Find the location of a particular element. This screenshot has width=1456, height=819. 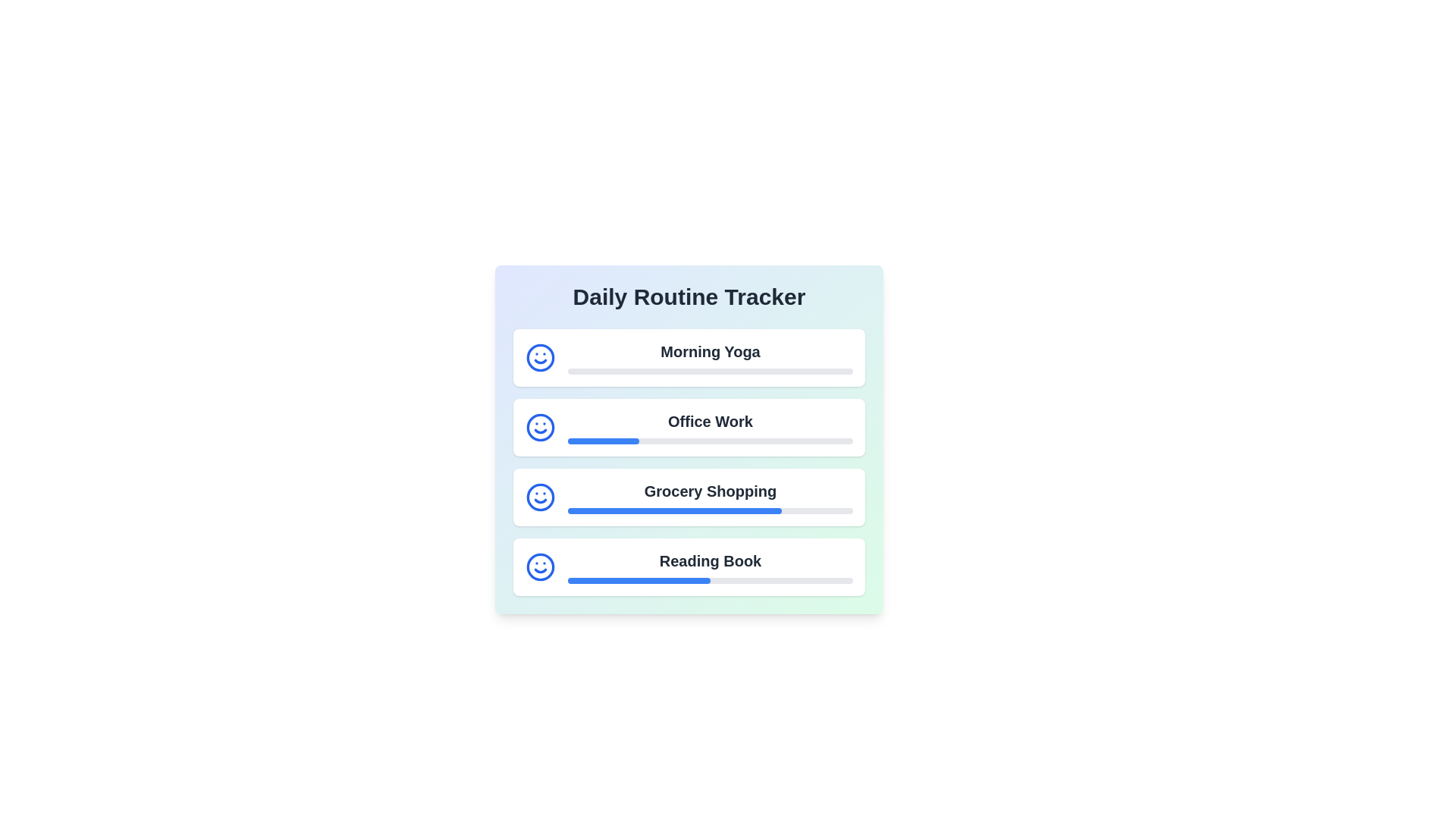

the routine item Grocery Shopping to see additional information is located at coordinates (688, 497).